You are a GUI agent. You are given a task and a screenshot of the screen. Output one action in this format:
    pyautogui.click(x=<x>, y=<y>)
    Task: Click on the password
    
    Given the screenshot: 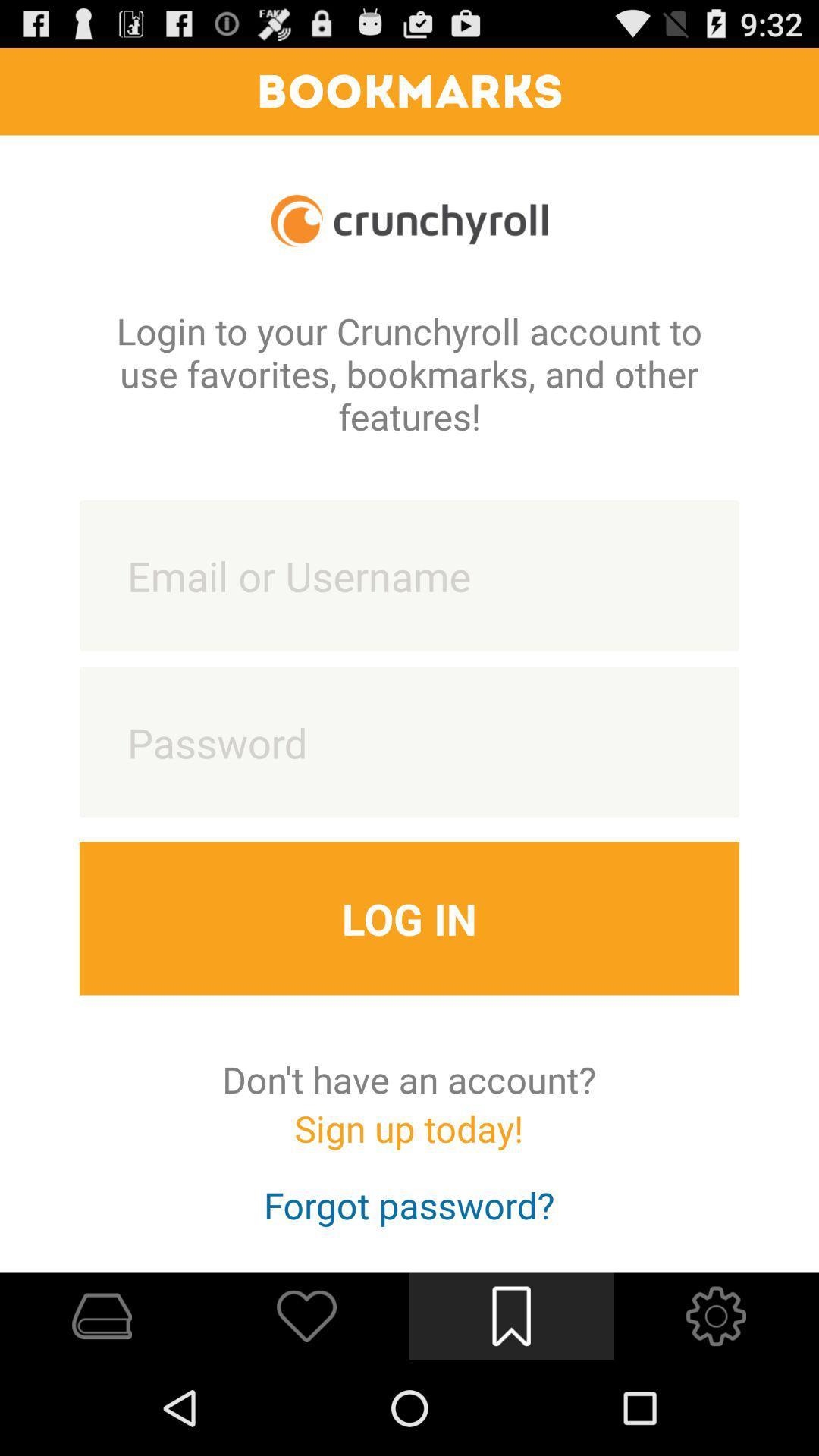 What is the action you would take?
    pyautogui.click(x=409, y=742)
    